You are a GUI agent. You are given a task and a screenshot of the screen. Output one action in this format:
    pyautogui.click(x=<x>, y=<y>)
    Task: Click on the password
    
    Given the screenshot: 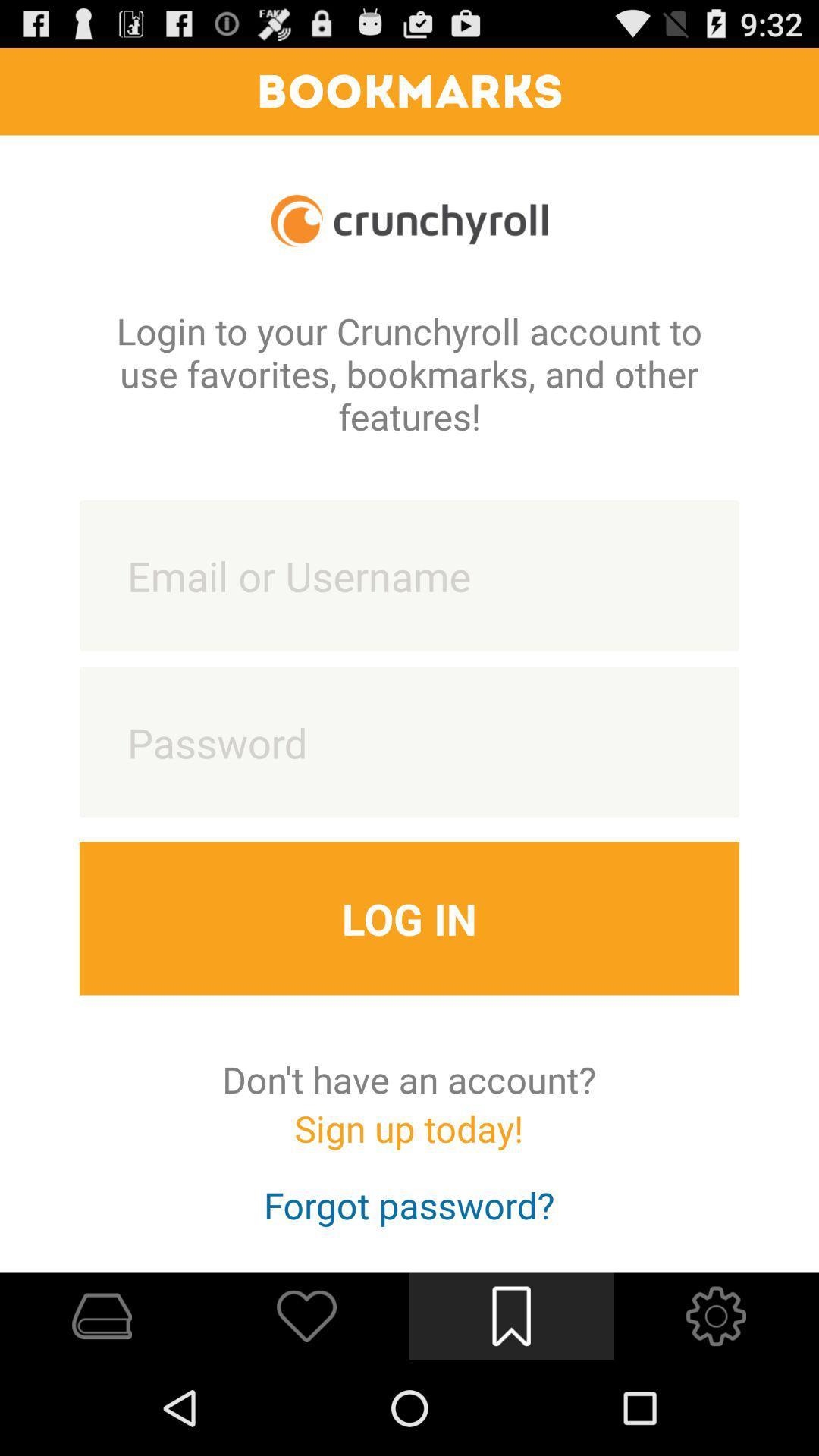 What is the action you would take?
    pyautogui.click(x=409, y=742)
    